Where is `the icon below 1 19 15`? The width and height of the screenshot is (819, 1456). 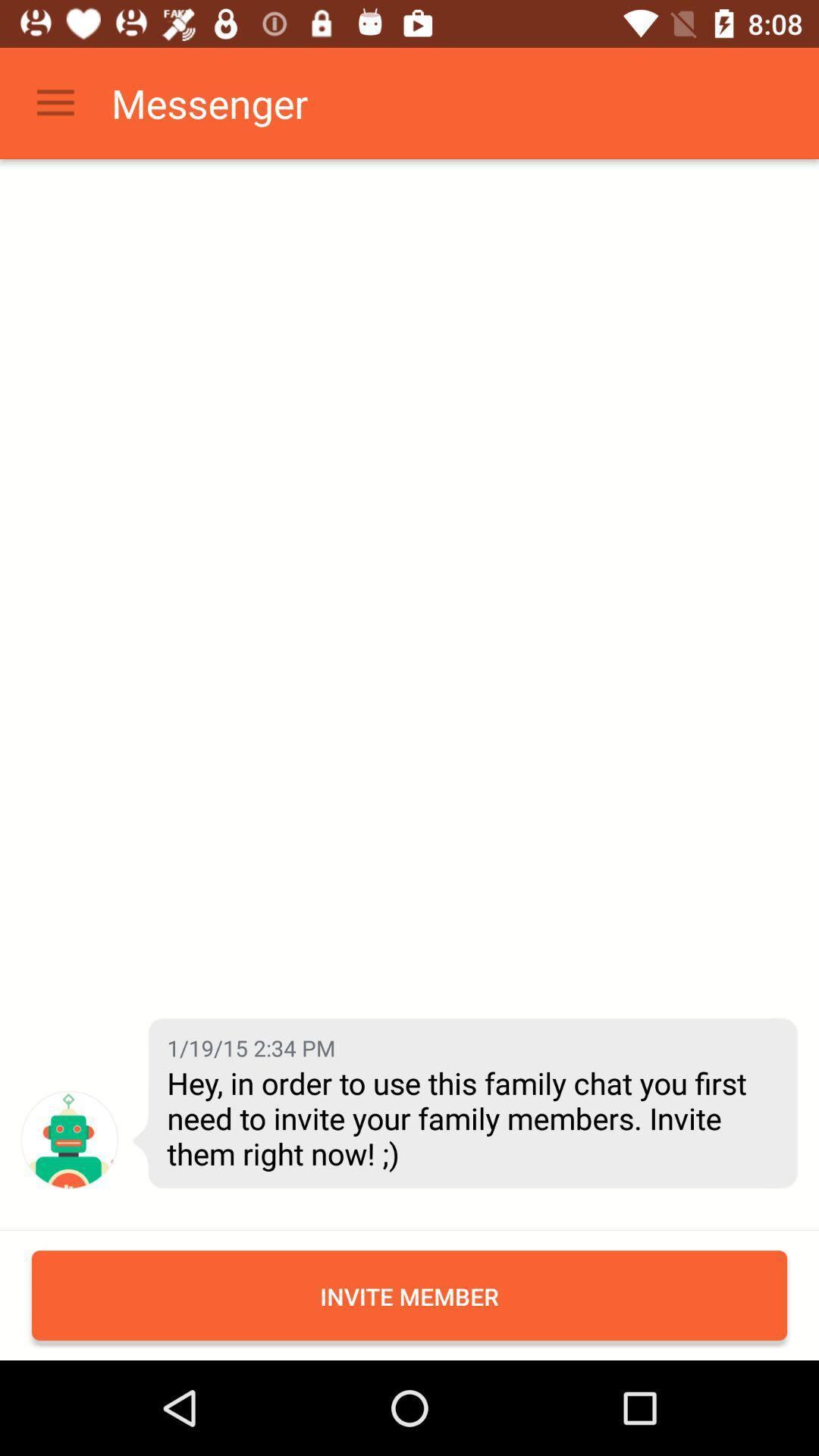
the icon below 1 19 15 is located at coordinates (470, 1118).